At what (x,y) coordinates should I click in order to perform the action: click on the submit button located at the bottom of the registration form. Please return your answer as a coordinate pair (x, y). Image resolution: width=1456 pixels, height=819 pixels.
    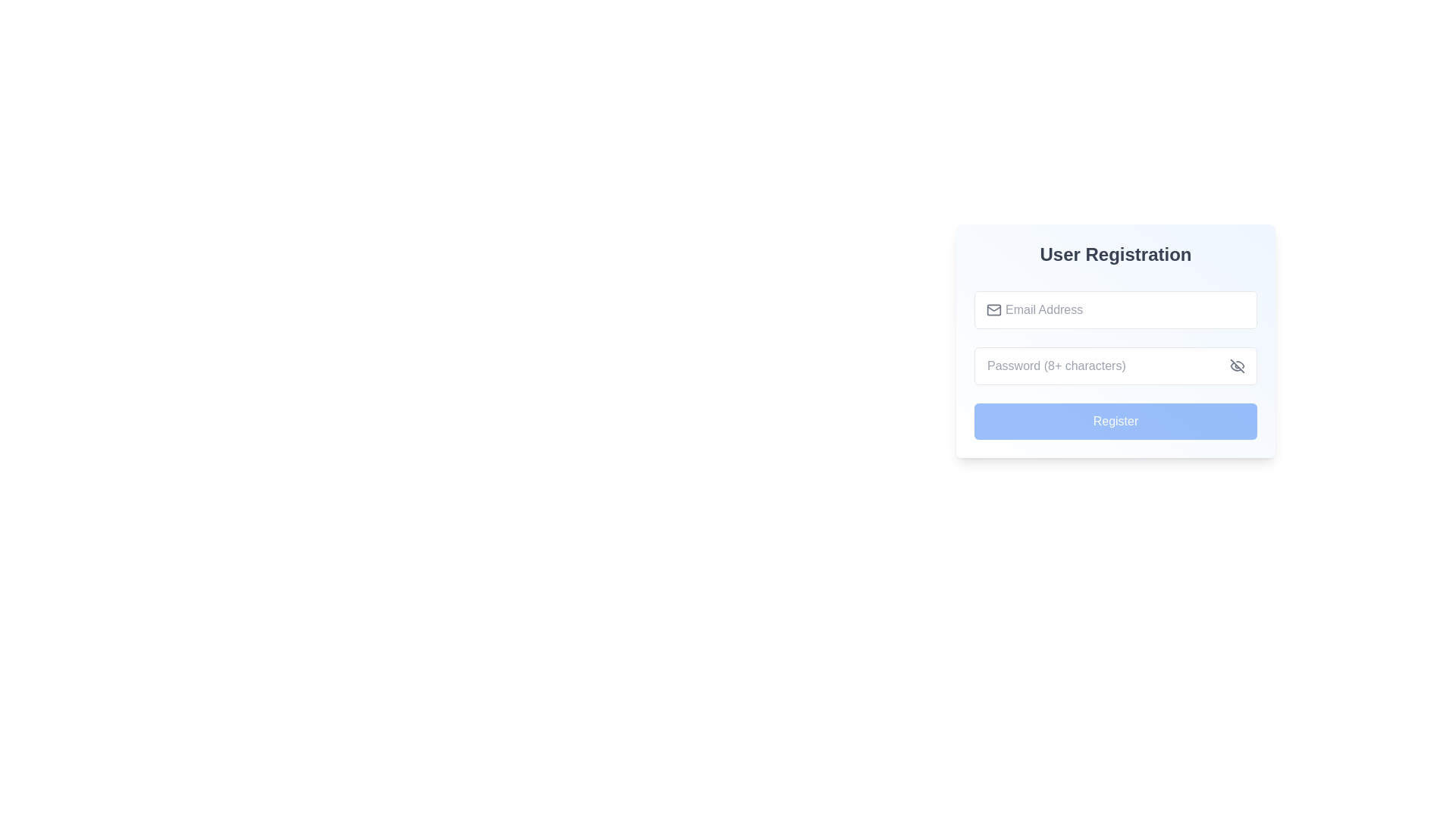
    Looking at the image, I should click on (1116, 421).